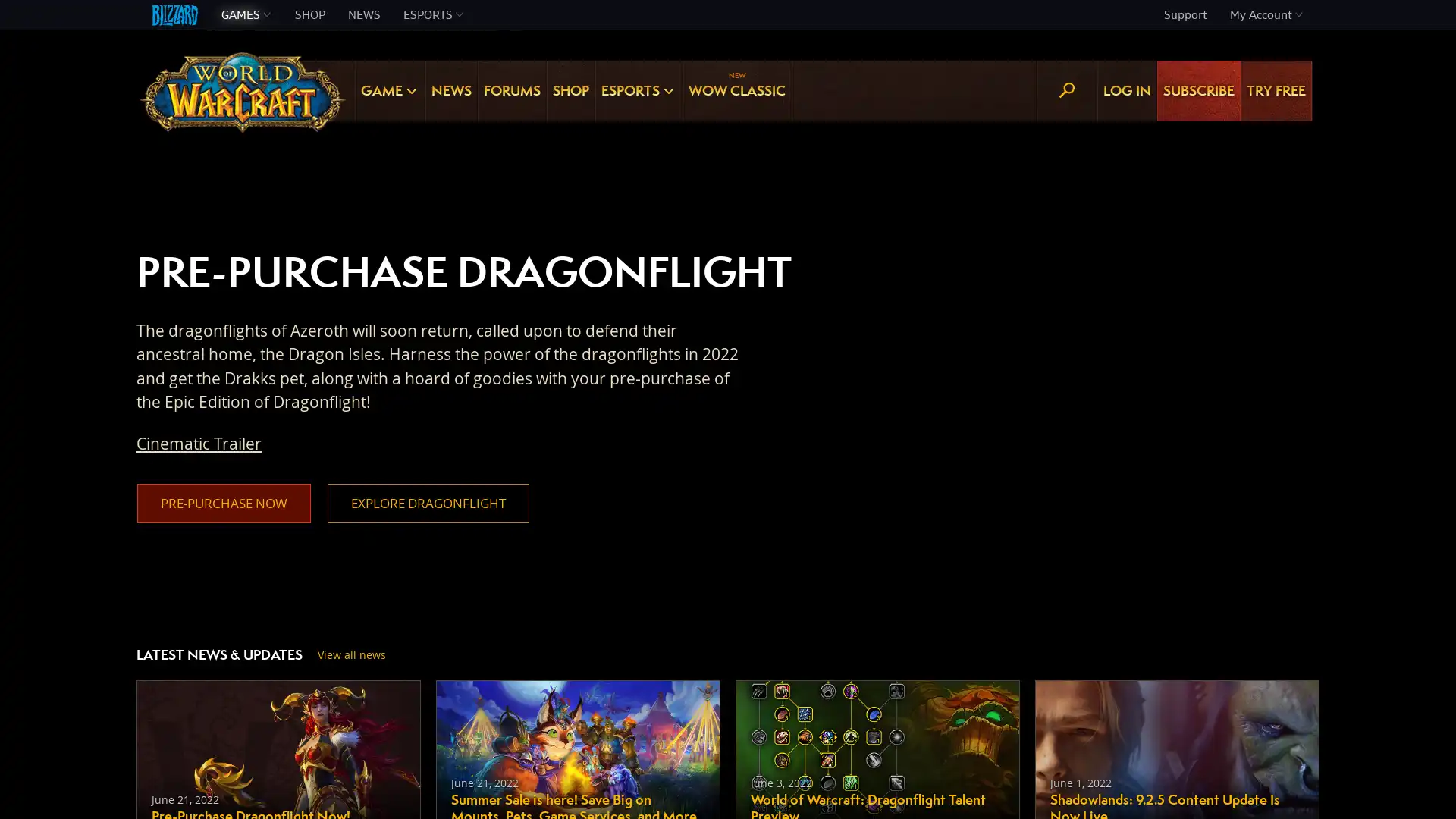 The image size is (1456, 819). I want to click on Cinematic Trailer, so click(198, 443).